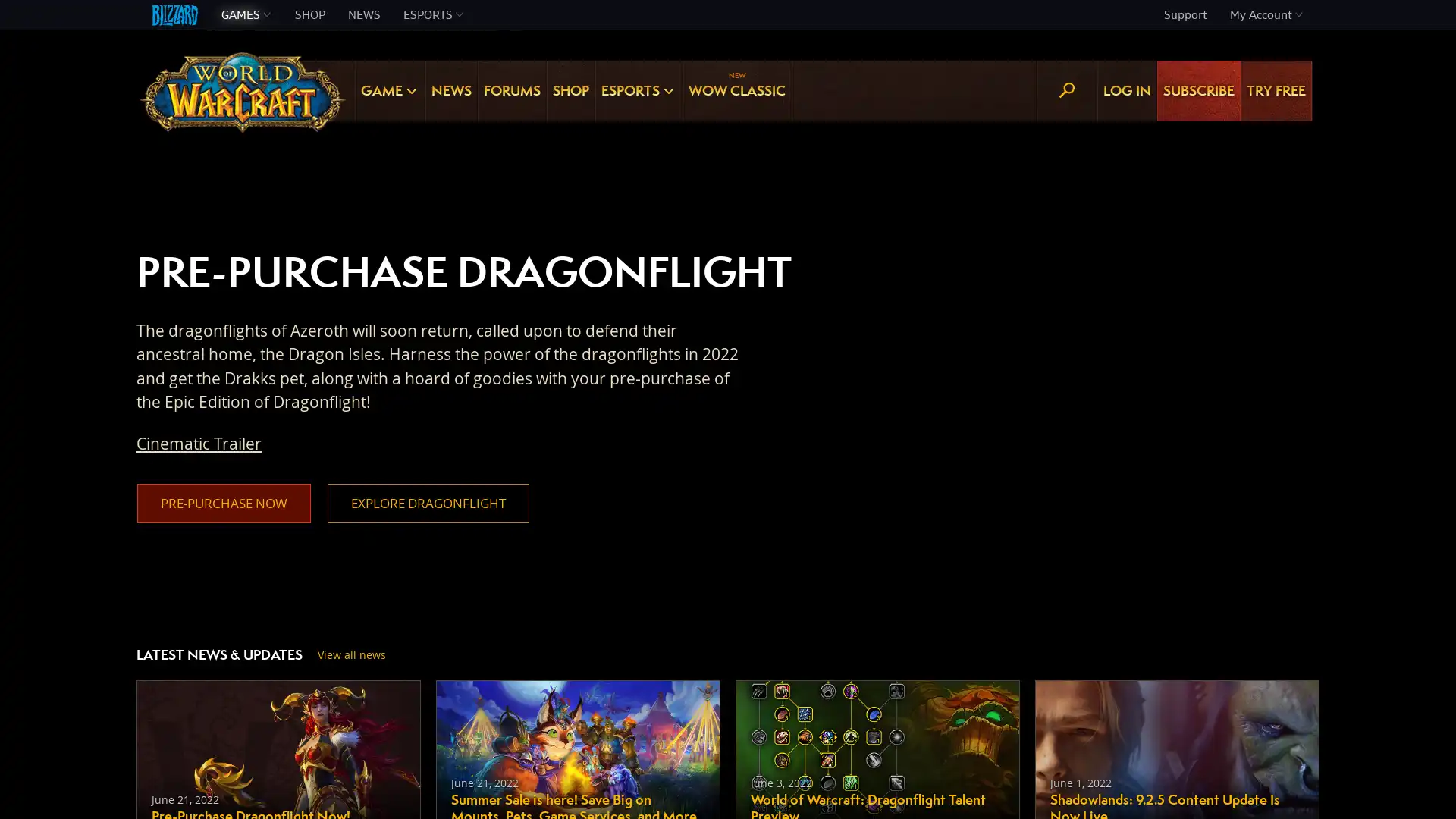 The image size is (1456, 819). I want to click on Cinematic Trailer, so click(198, 443).